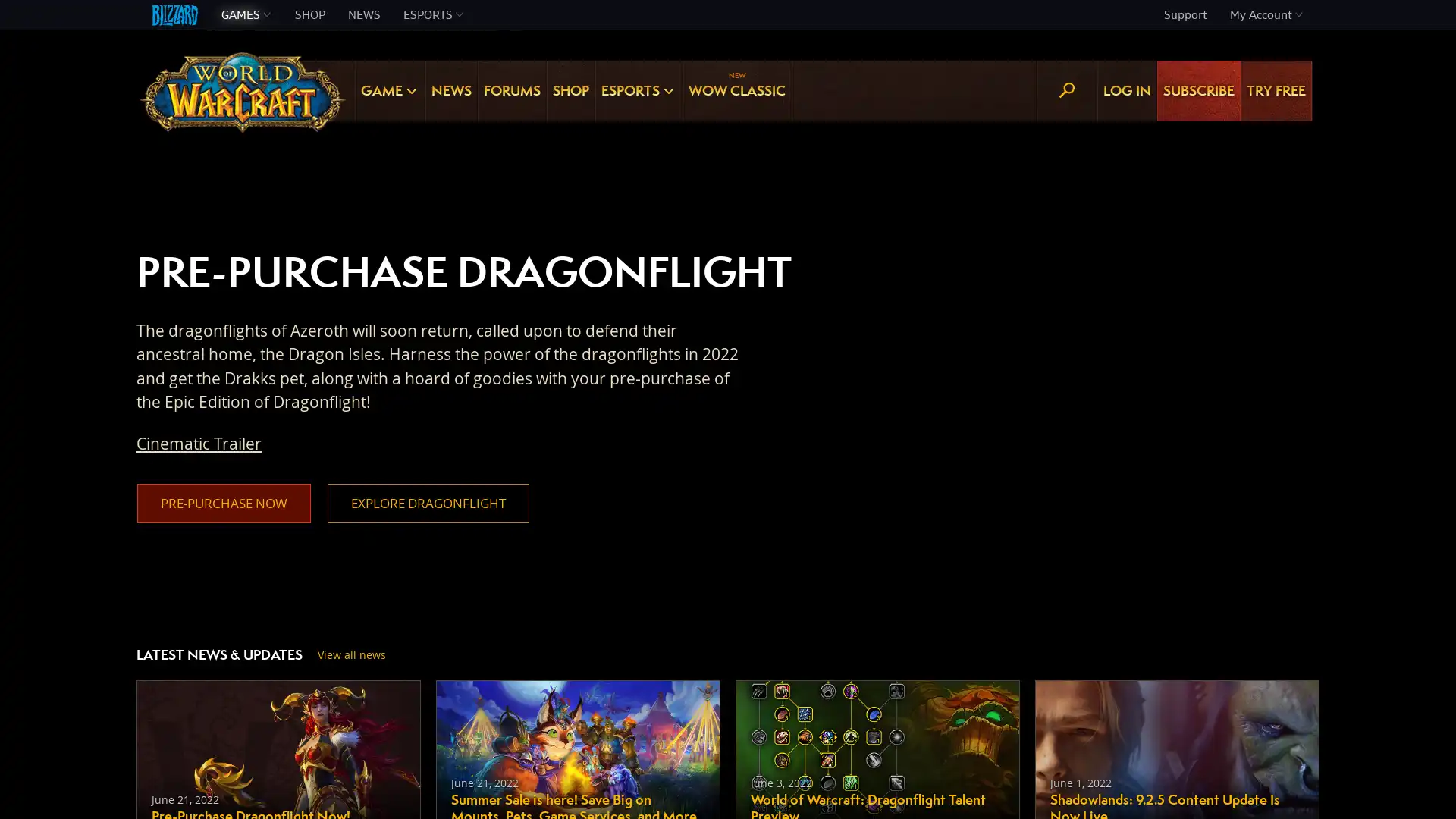 The image size is (1456, 819). I want to click on Cinematic Trailer, so click(198, 443).